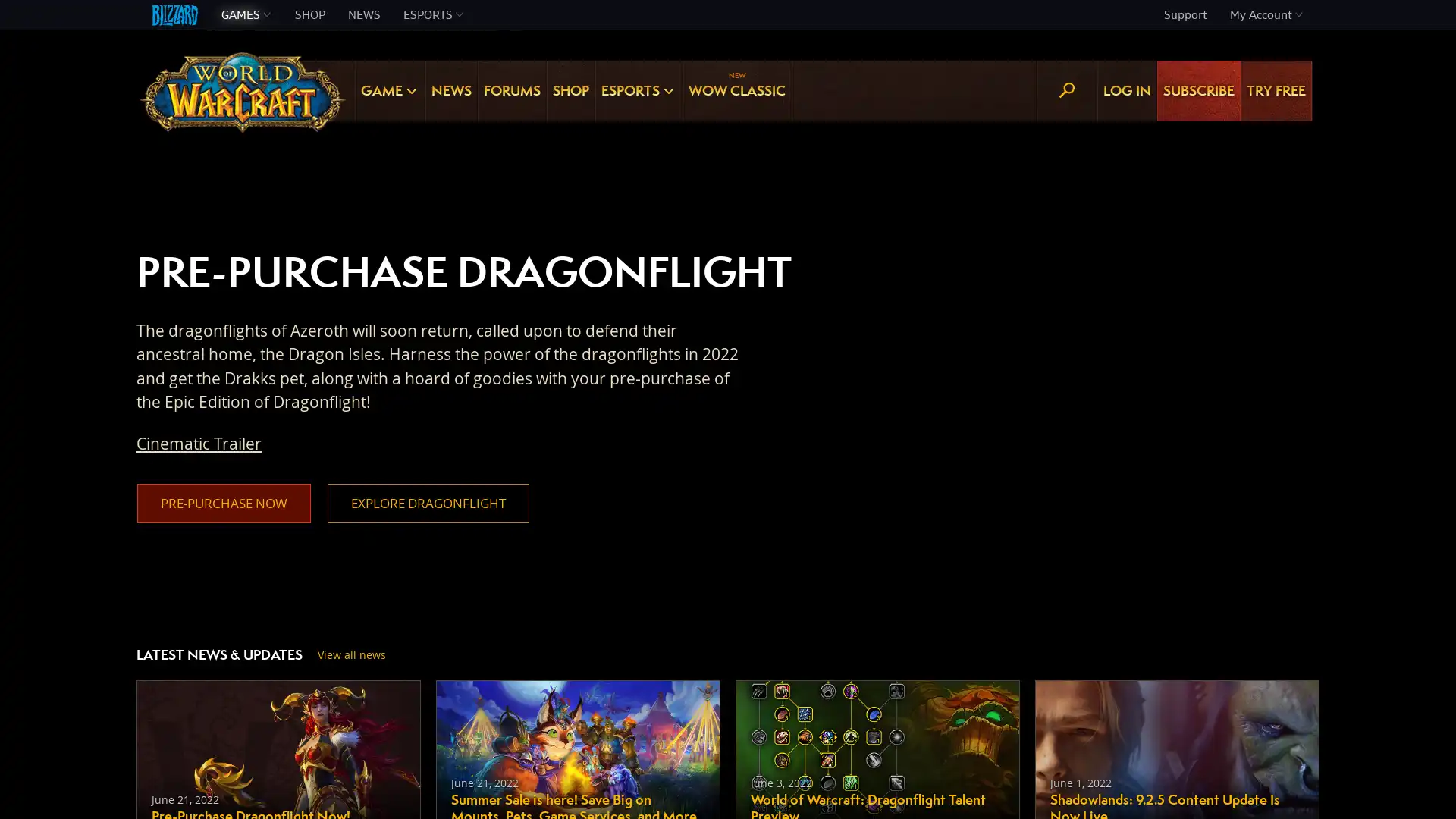 The image size is (1456, 819). I want to click on Cinematic Trailer, so click(198, 443).